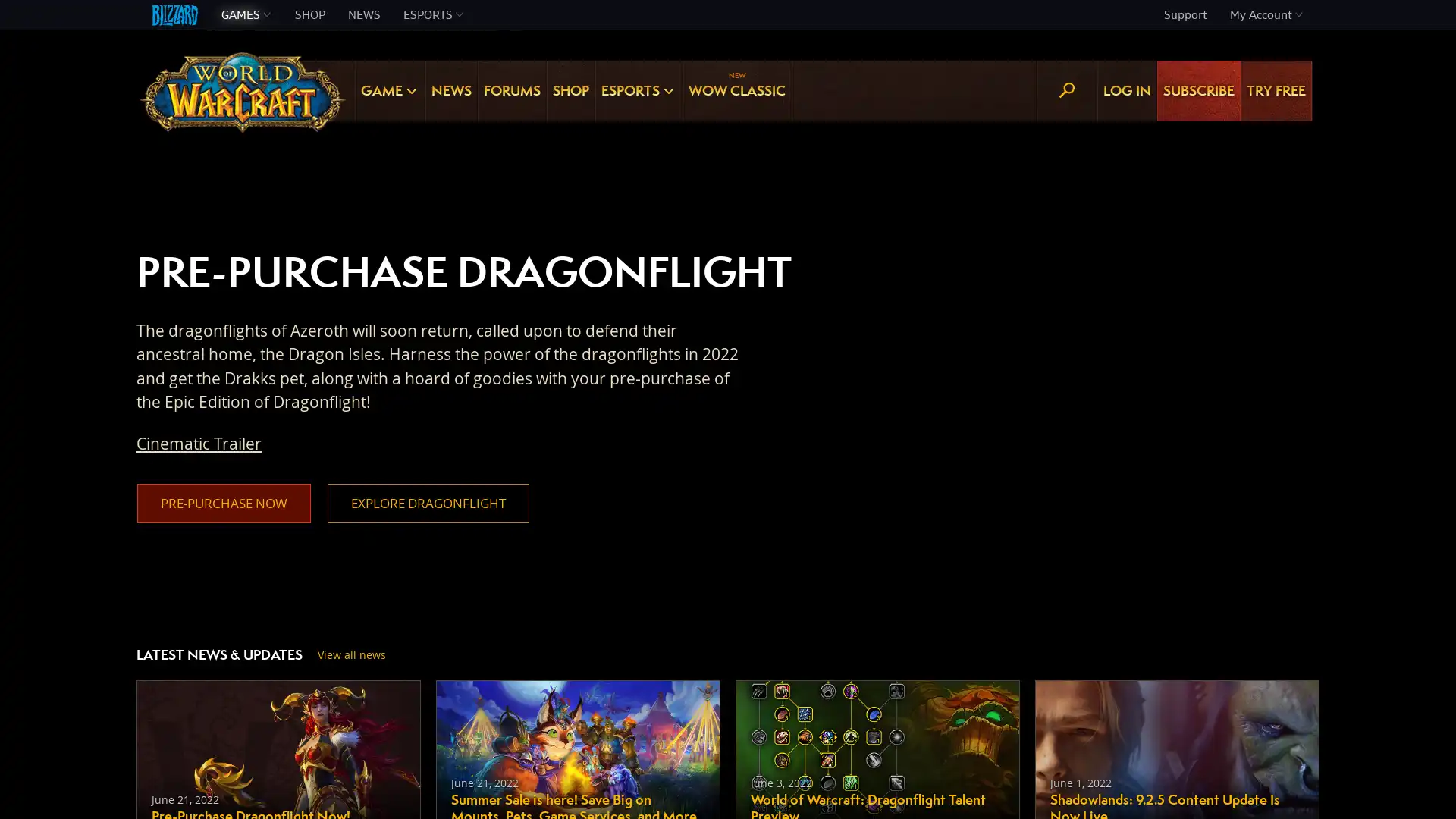 The image size is (1456, 819). I want to click on Cinematic Trailer, so click(198, 443).